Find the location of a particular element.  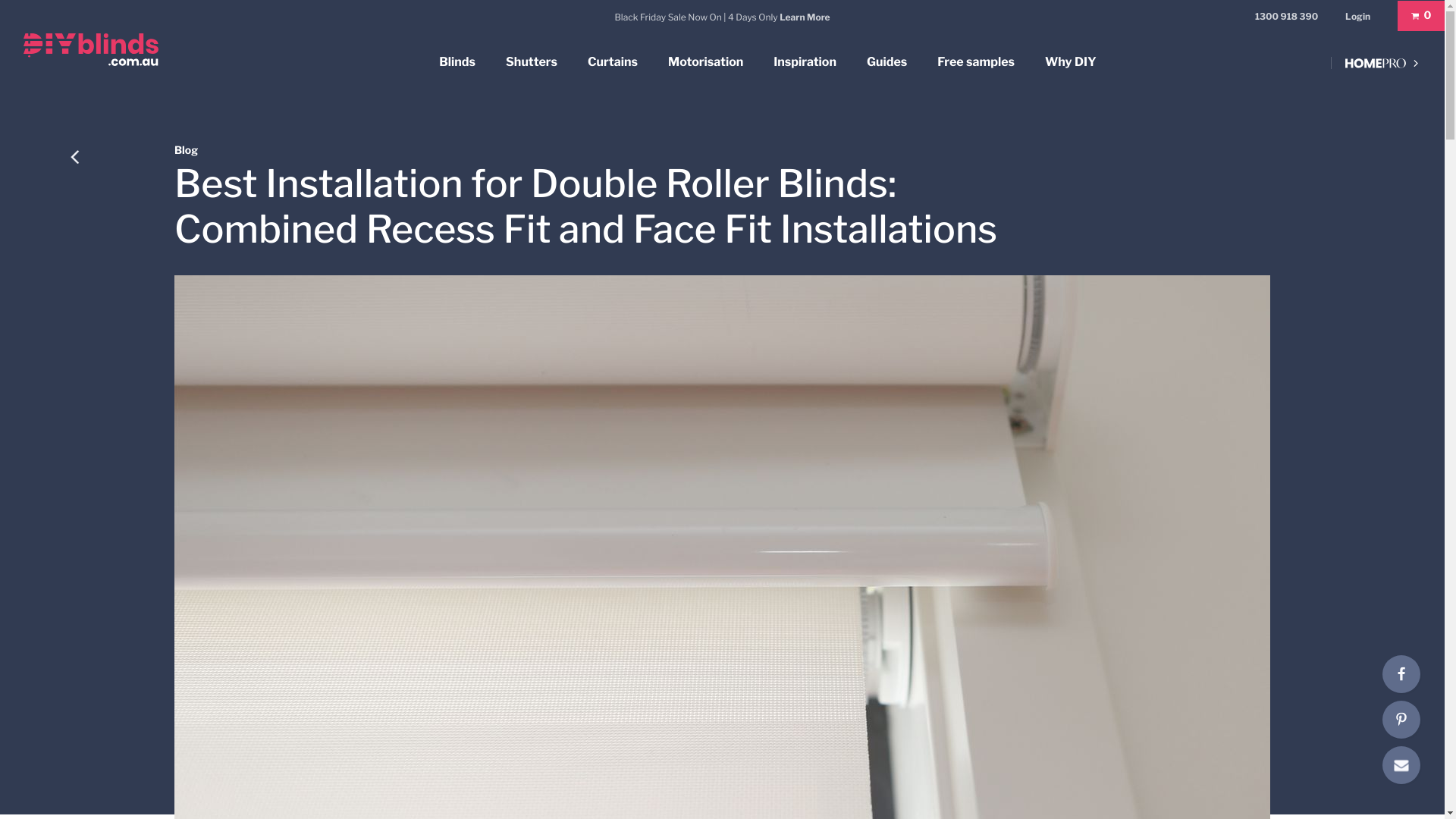

'Login' is located at coordinates (1357, 15).